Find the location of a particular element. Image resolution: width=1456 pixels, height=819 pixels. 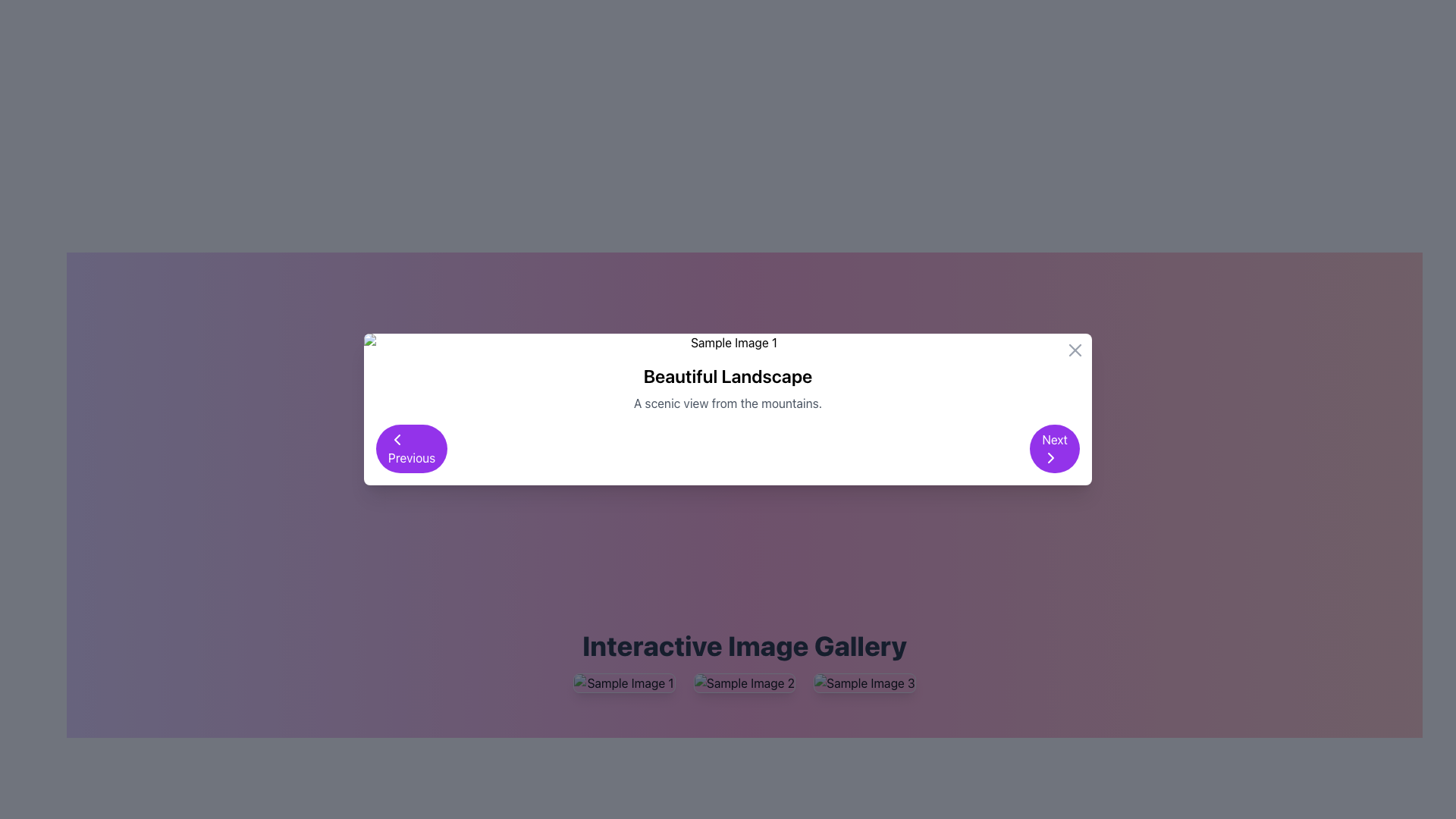

the selectable image thumbnail titled 'Sample Image 1' to apply the hover effect is located at coordinates (624, 683).